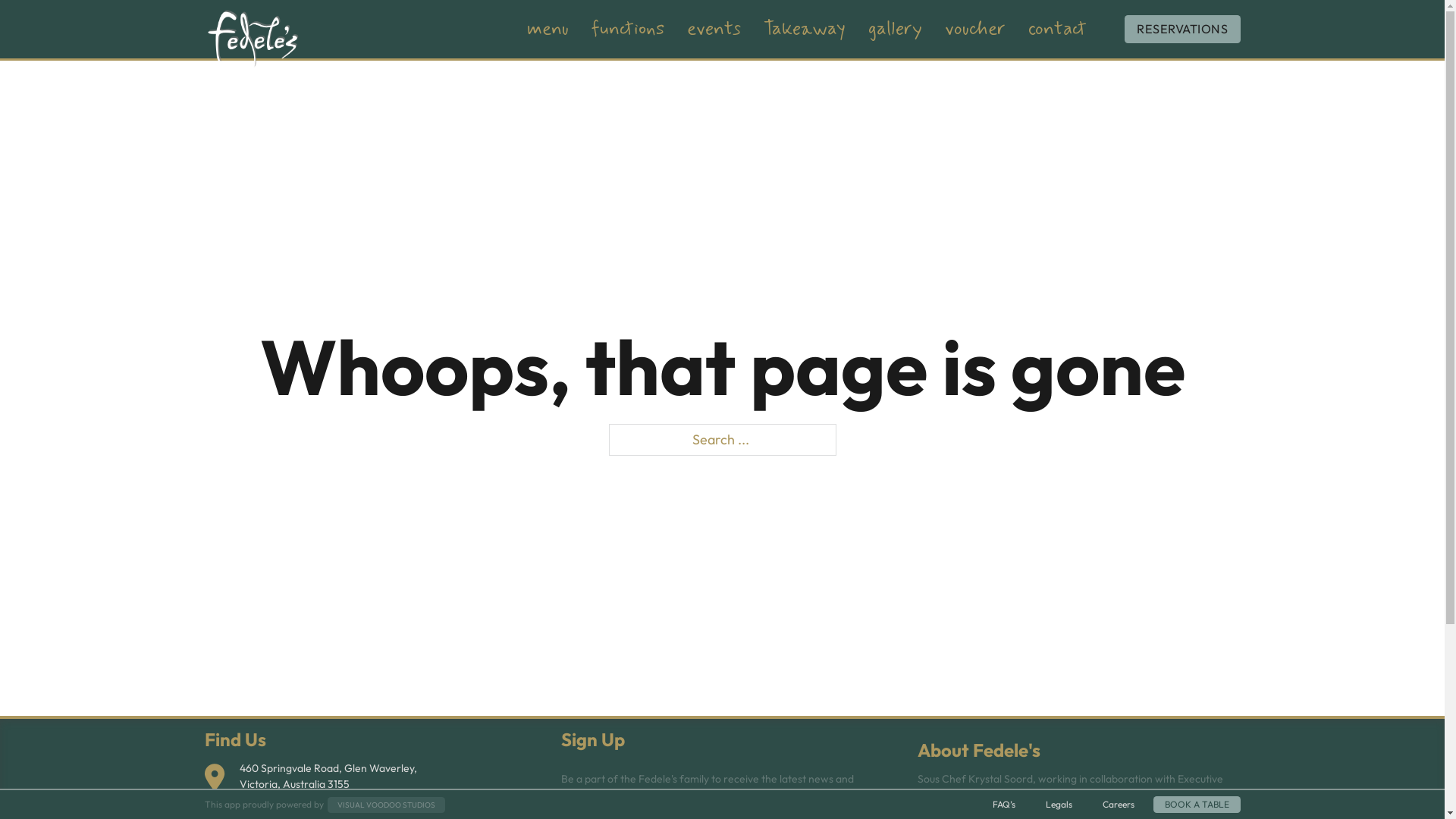 Image resolution: width=1456 pixels, height=819 pixels. What do you see at coordinates (386, 803) in the screenshot?
I see `'VISUAL VOODOO STUDIOS'` at bounding box center [386, 803].